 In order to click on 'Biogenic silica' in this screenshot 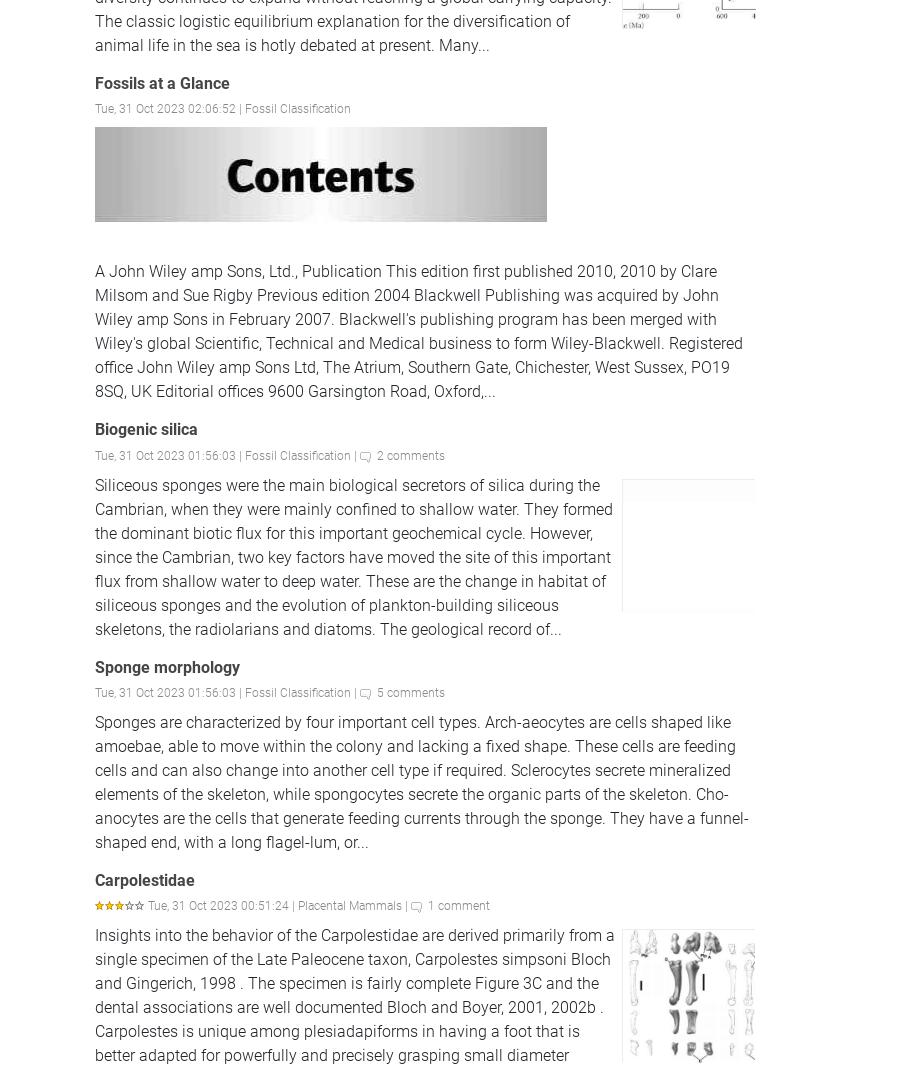, I will do `click(145, 428)`.